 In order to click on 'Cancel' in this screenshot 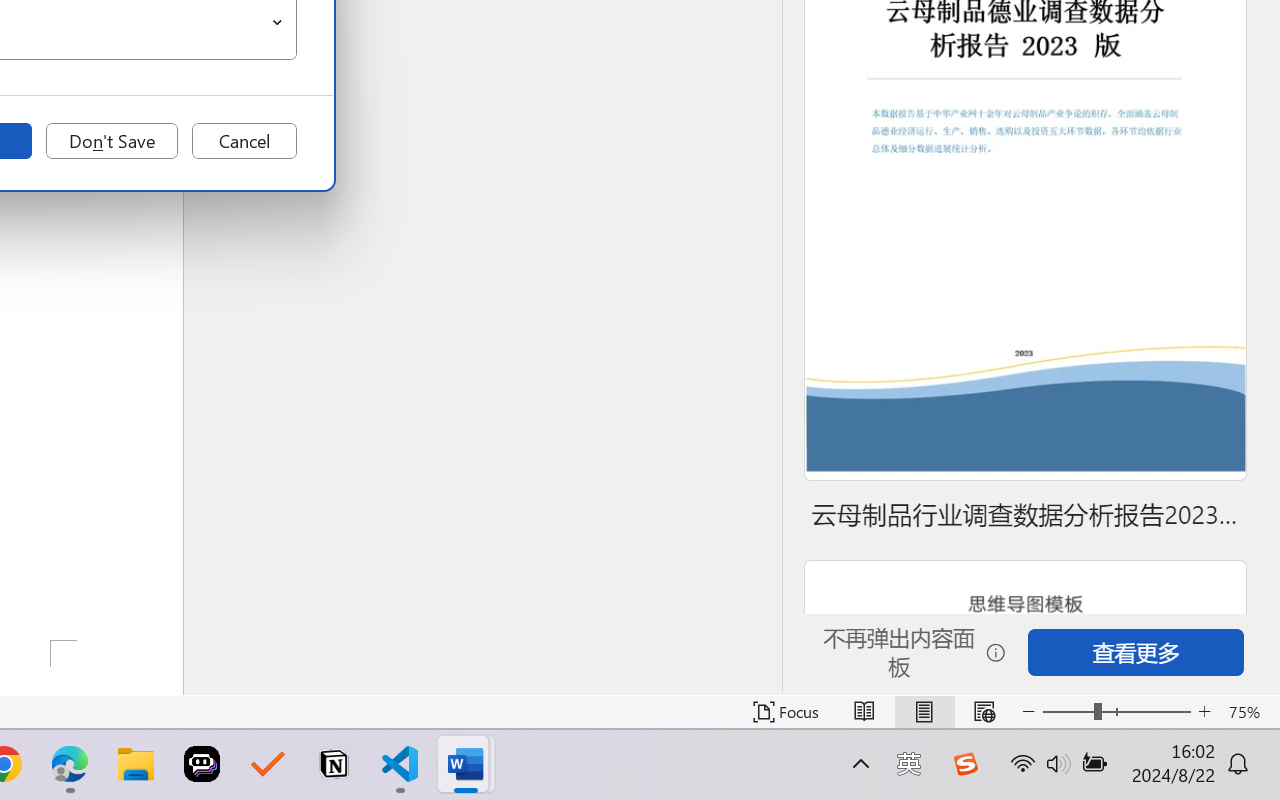, I will do `click(243, 141)`.